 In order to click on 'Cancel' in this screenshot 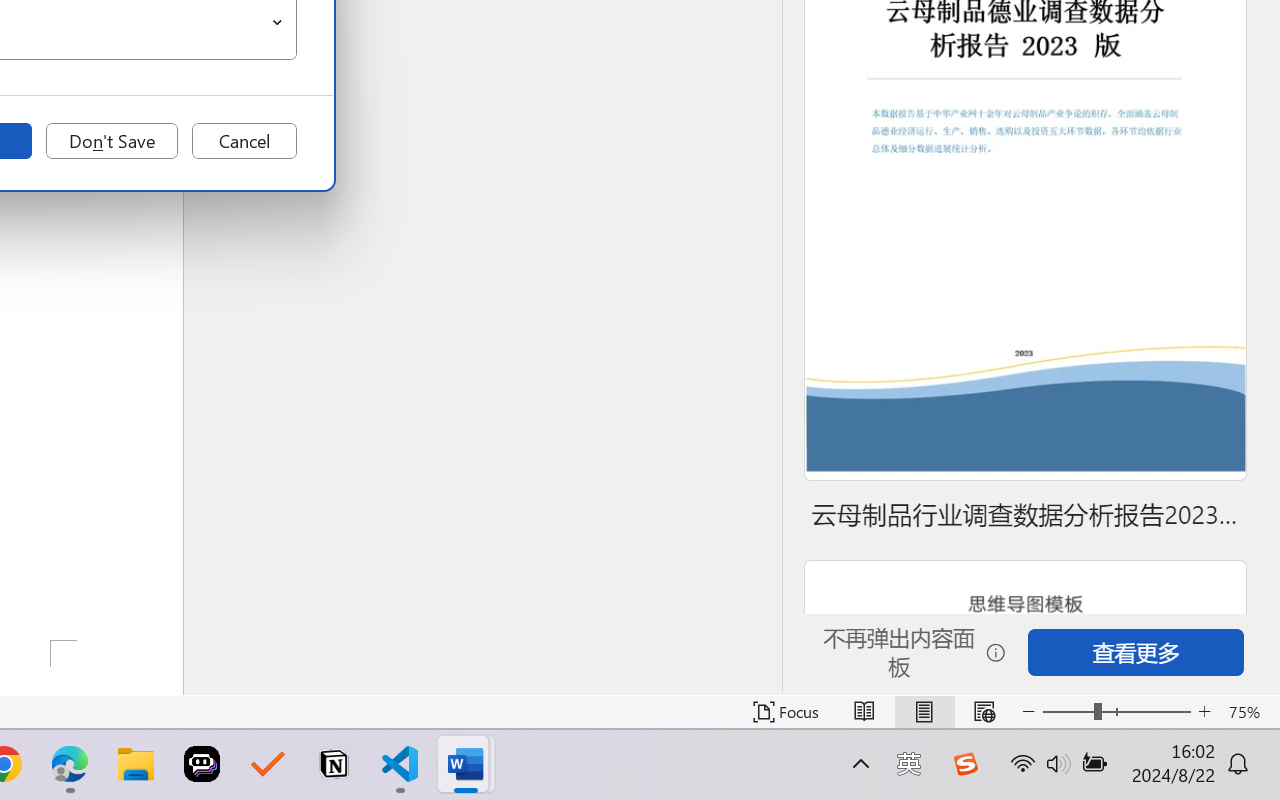, I will do `click(243, 141)`.